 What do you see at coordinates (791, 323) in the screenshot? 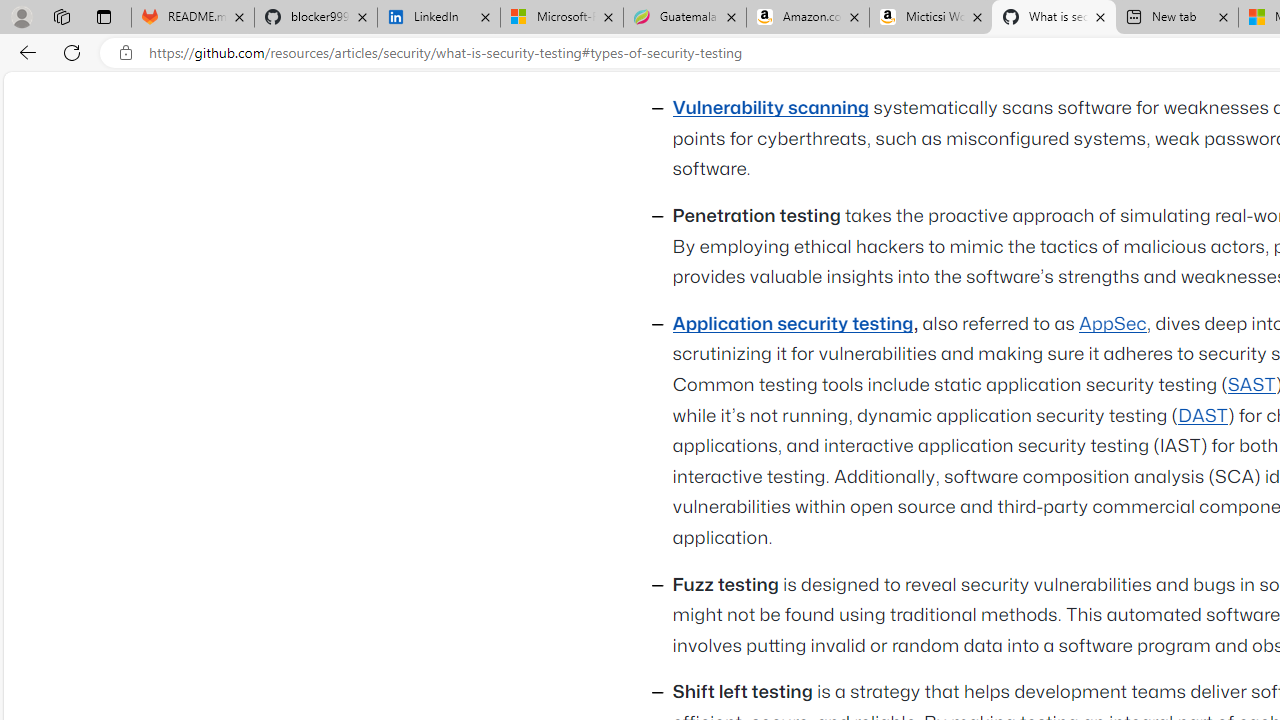
I see `'Application security testing'` at bounding box center [791, 323].